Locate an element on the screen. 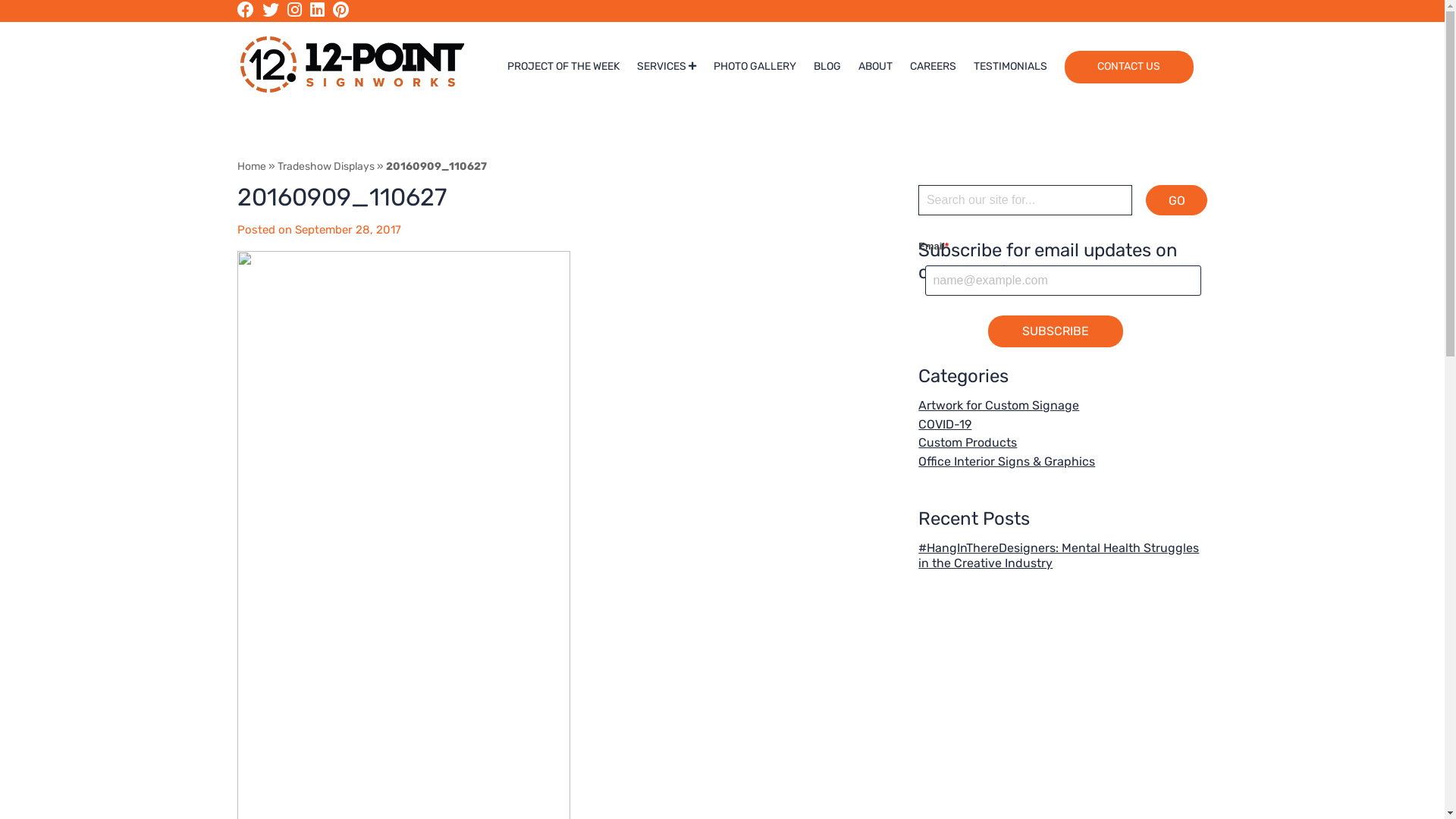 The image size is (1456, 819). 'CAREERS' is located at coordinates (932, 66).